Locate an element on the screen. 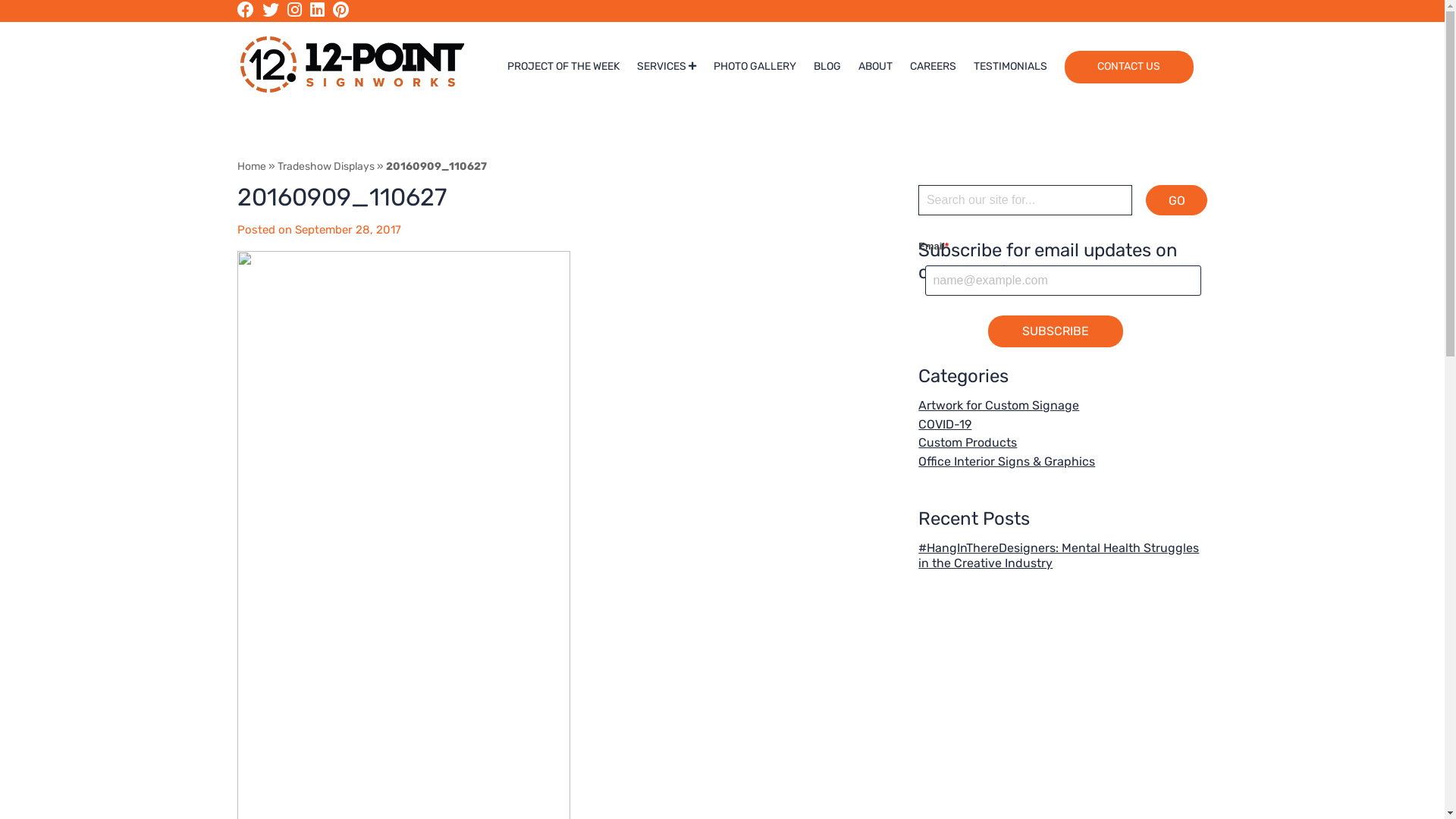 The image size is (1456, 819). 'CAREERS' is located at coordinates (932, 66).